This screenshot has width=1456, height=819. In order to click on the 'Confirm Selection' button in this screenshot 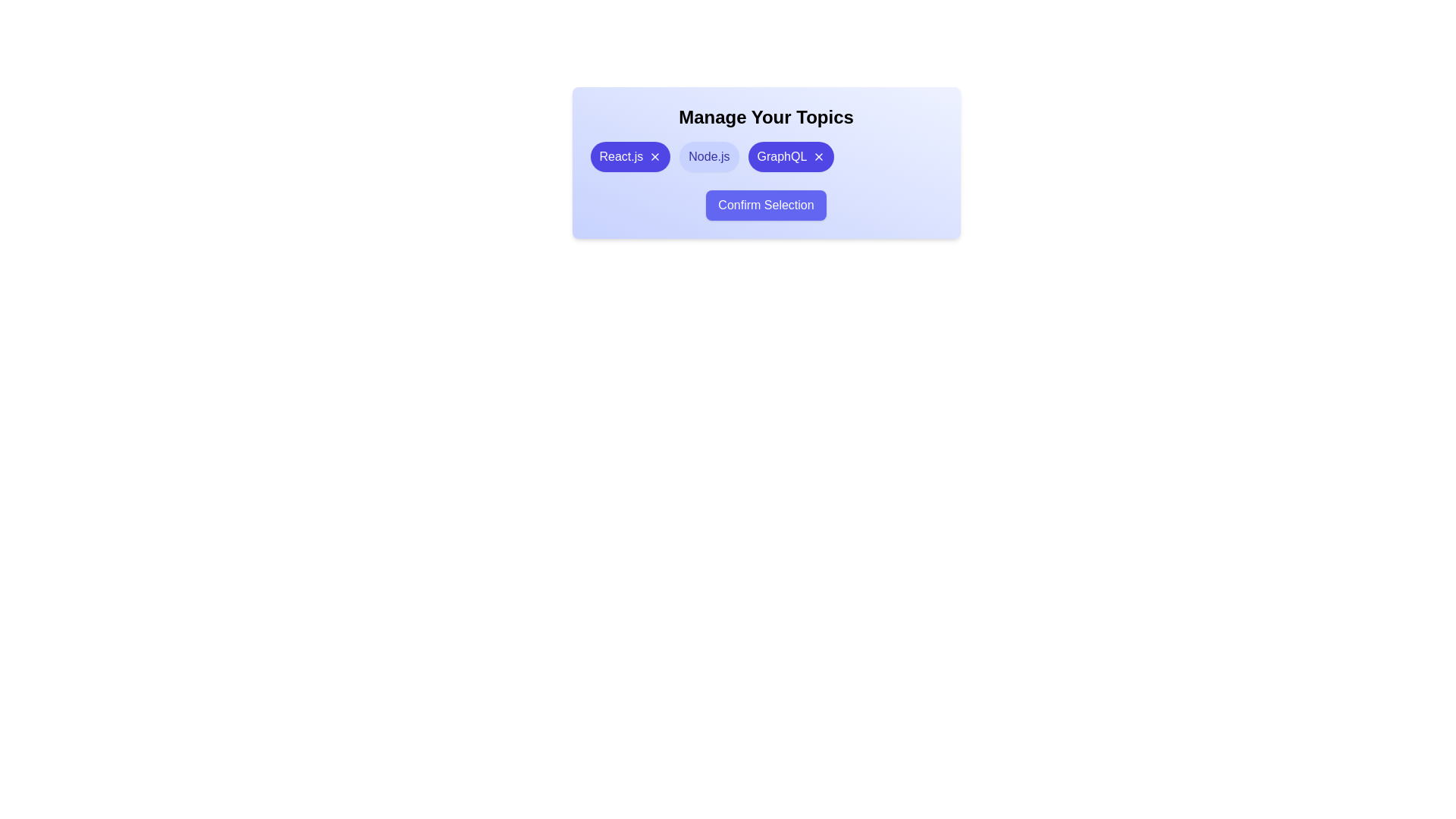, I will do `click(766, 205)`.